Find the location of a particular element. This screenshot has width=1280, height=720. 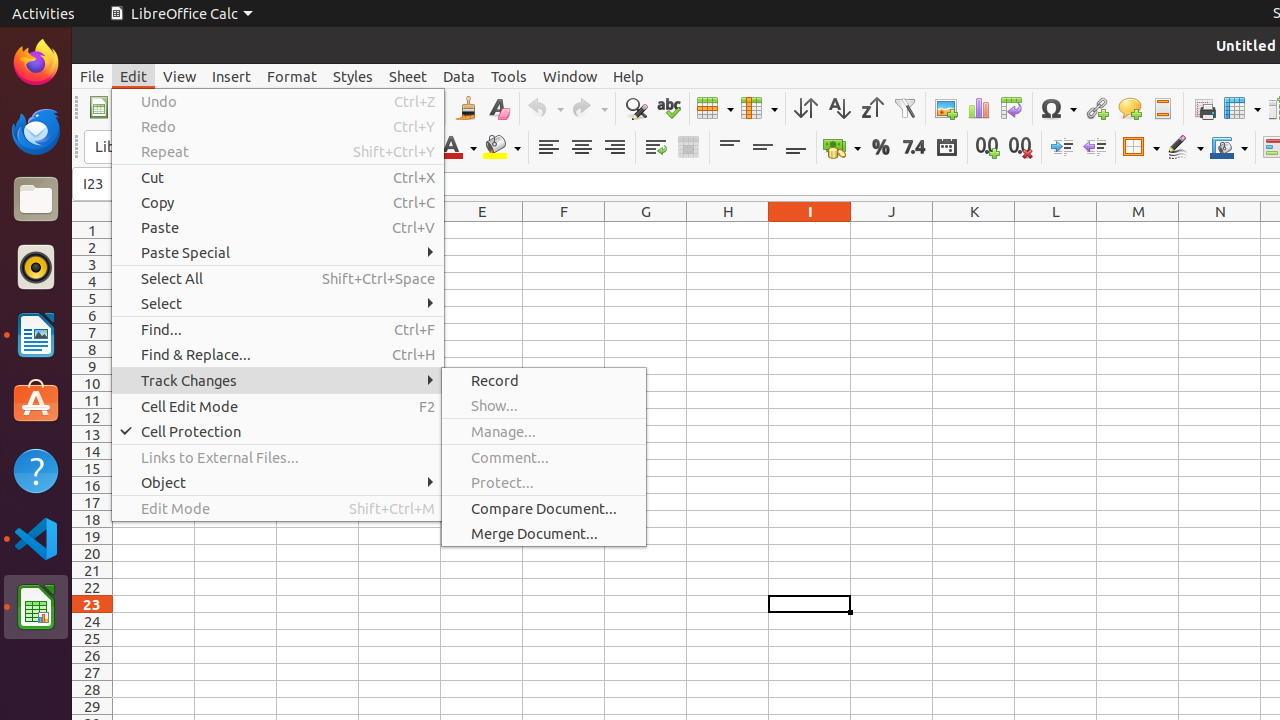

'Headers and Footers' is located at coordinates (1162, 108).